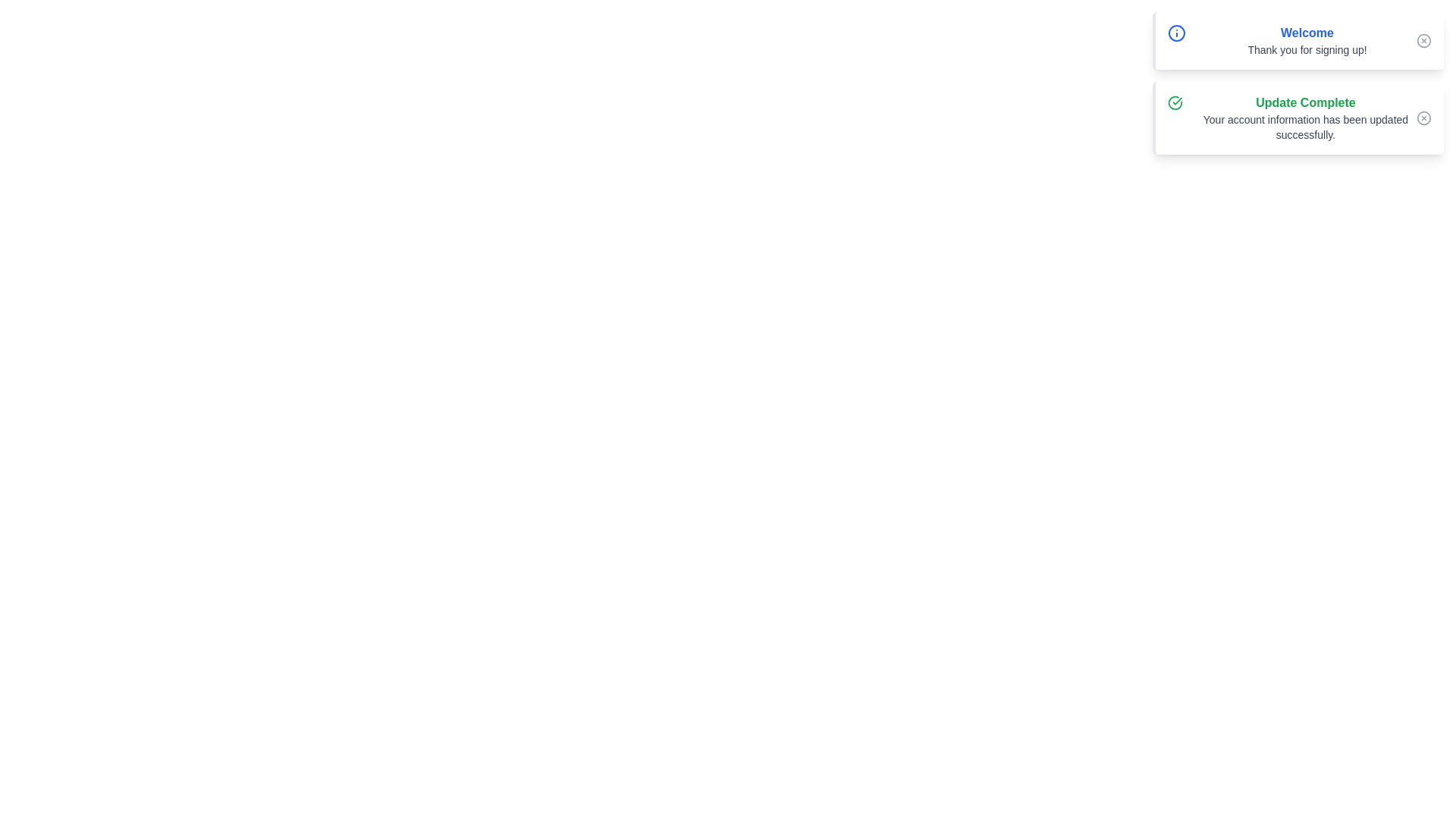 The width and height of the screenshot is (1456, 819). Describe the element at coordinates (1175, 102) in the screenshot. I see `the 'Update Complete' notification icon that signifies successful completion of an update, located at the top-left corner of the card` at that location.